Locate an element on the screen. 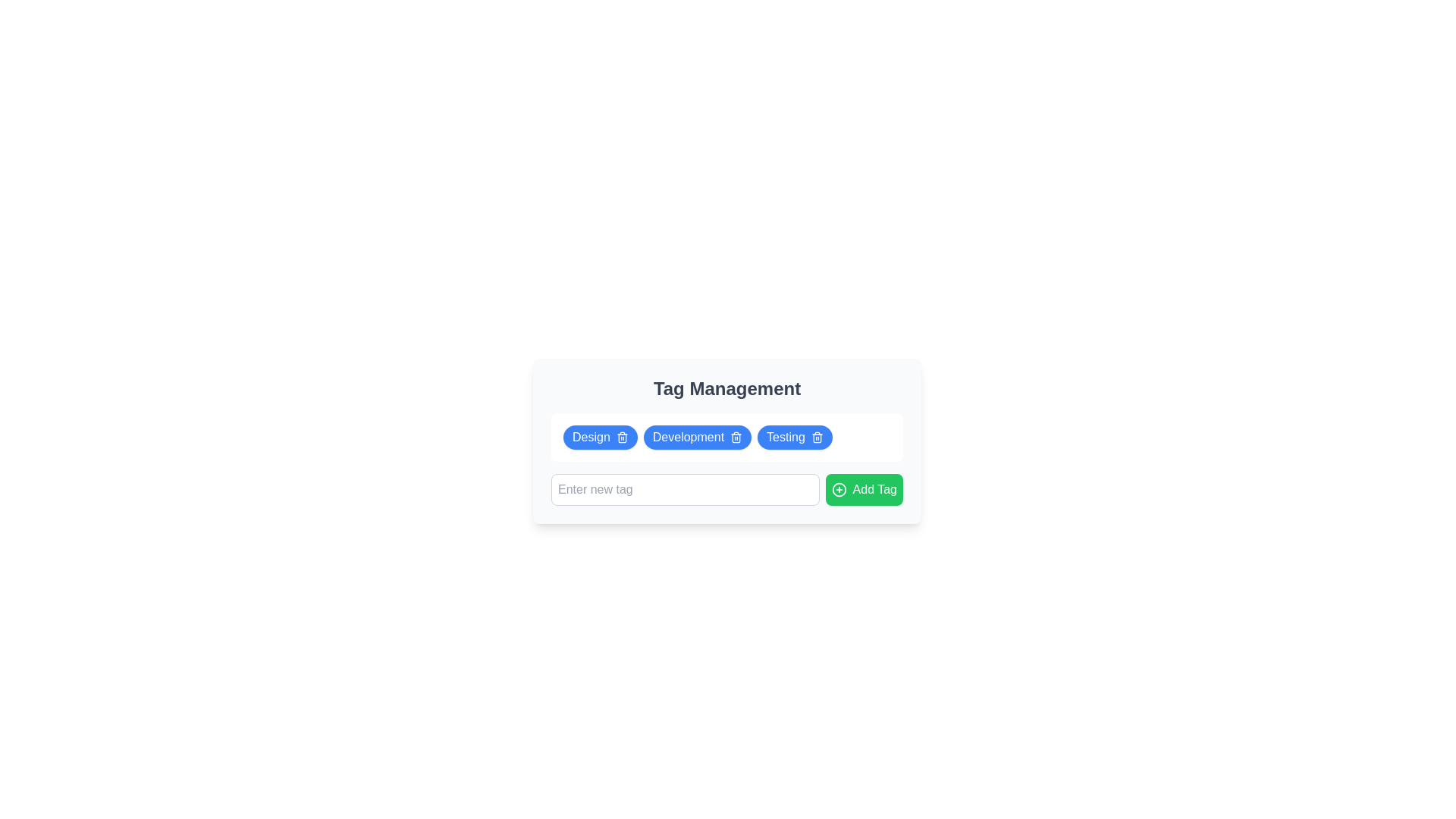  the 'Design' label, which displays white text on a blue rounded rectangle background is located at coordinates (590, 438).